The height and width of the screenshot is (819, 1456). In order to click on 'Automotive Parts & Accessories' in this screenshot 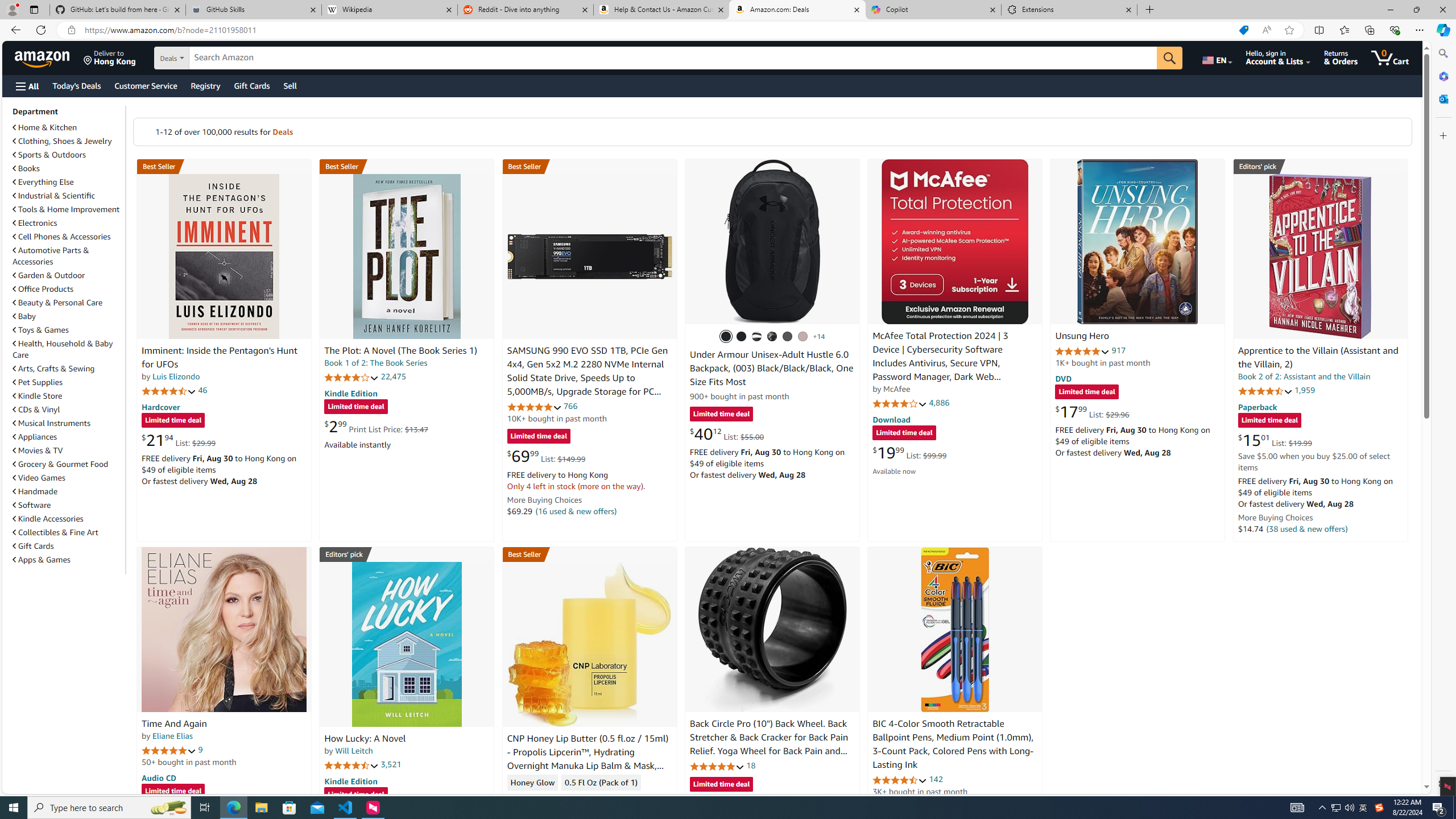, I will do `click(67, 255)`.